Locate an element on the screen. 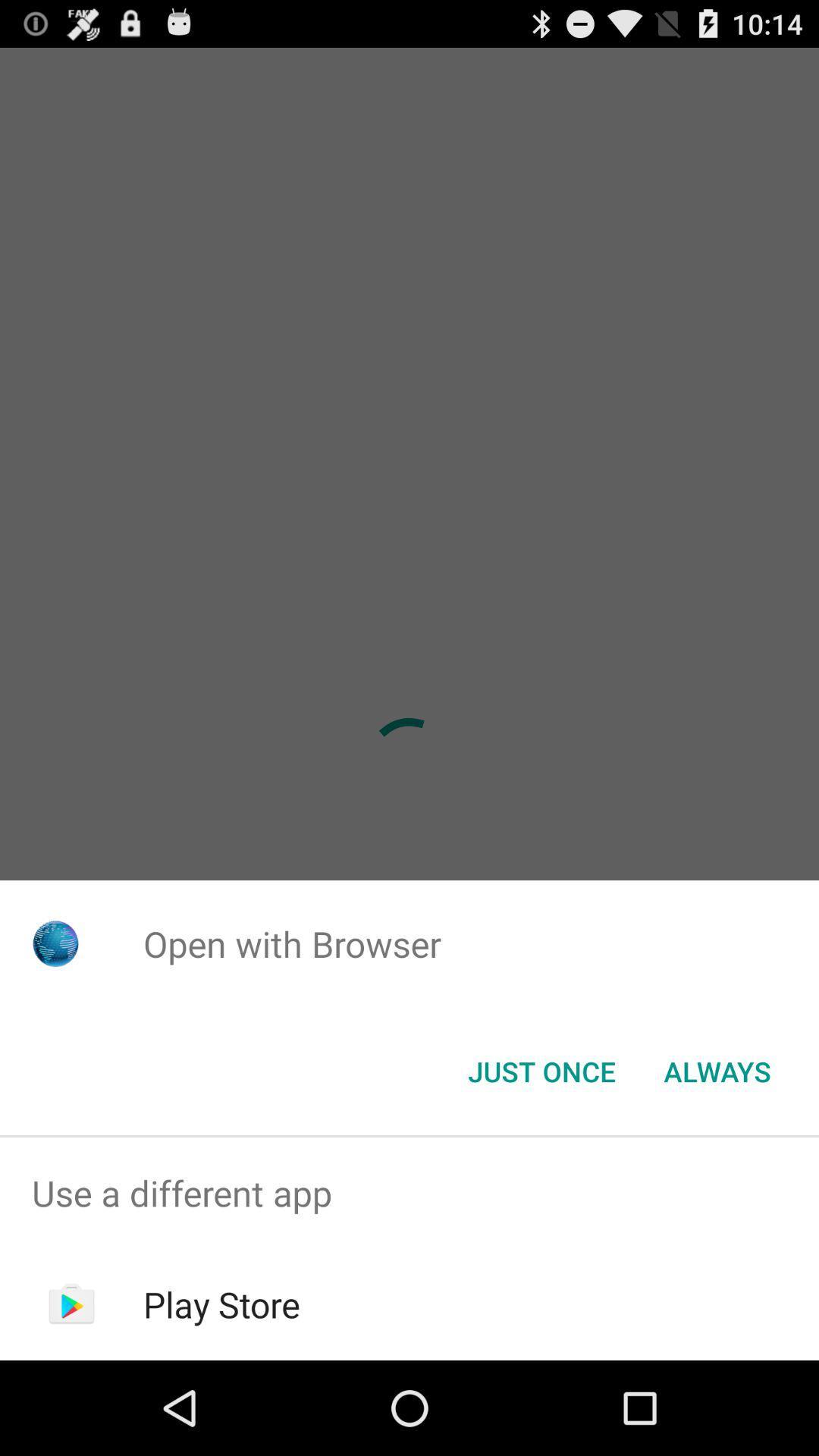 Image resolution: width=819 pixels, height=1456 pixels. use a different item is located at coordinates (409, 1192).